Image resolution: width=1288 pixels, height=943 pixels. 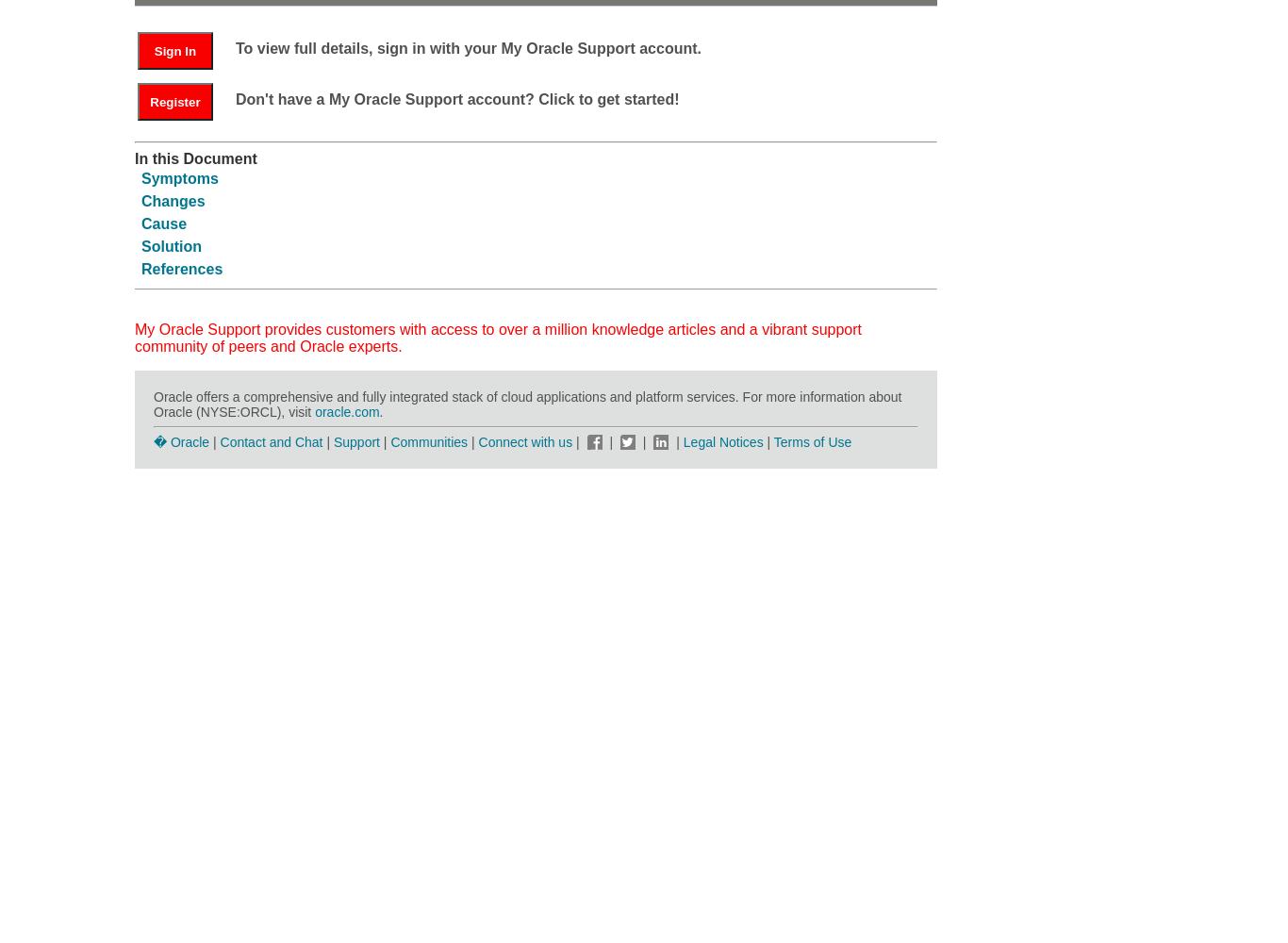 What do you see at coordinates (178, 177) in the screenshot?
I see `'Symptoms'` at bounding box center [178, 177].